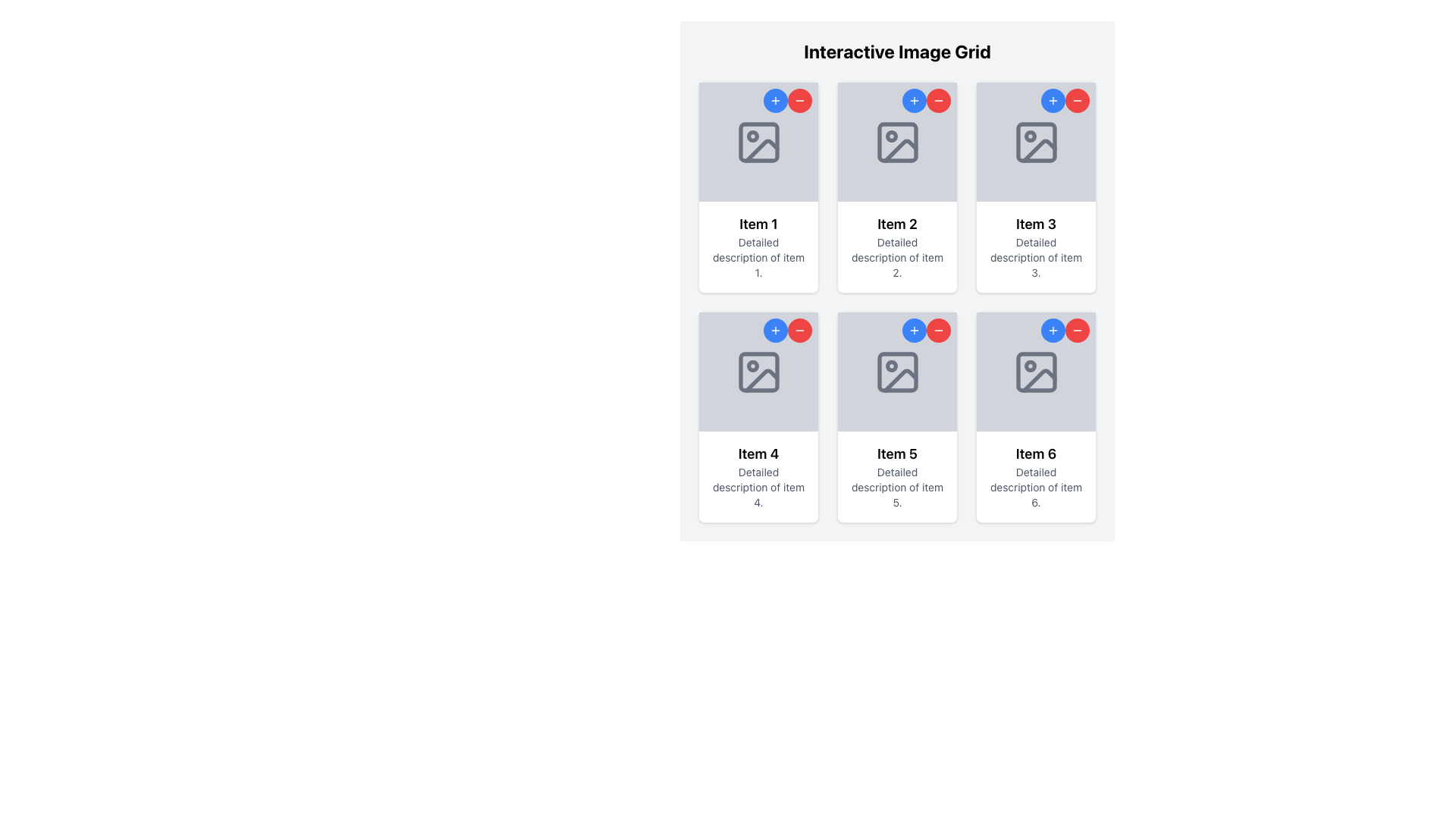  What do you see at coordinates (1035, 187) in the screenshot?
I see `the '+' button located on the third card in the top row of the grid layout` at bounding box center [1035, 187].